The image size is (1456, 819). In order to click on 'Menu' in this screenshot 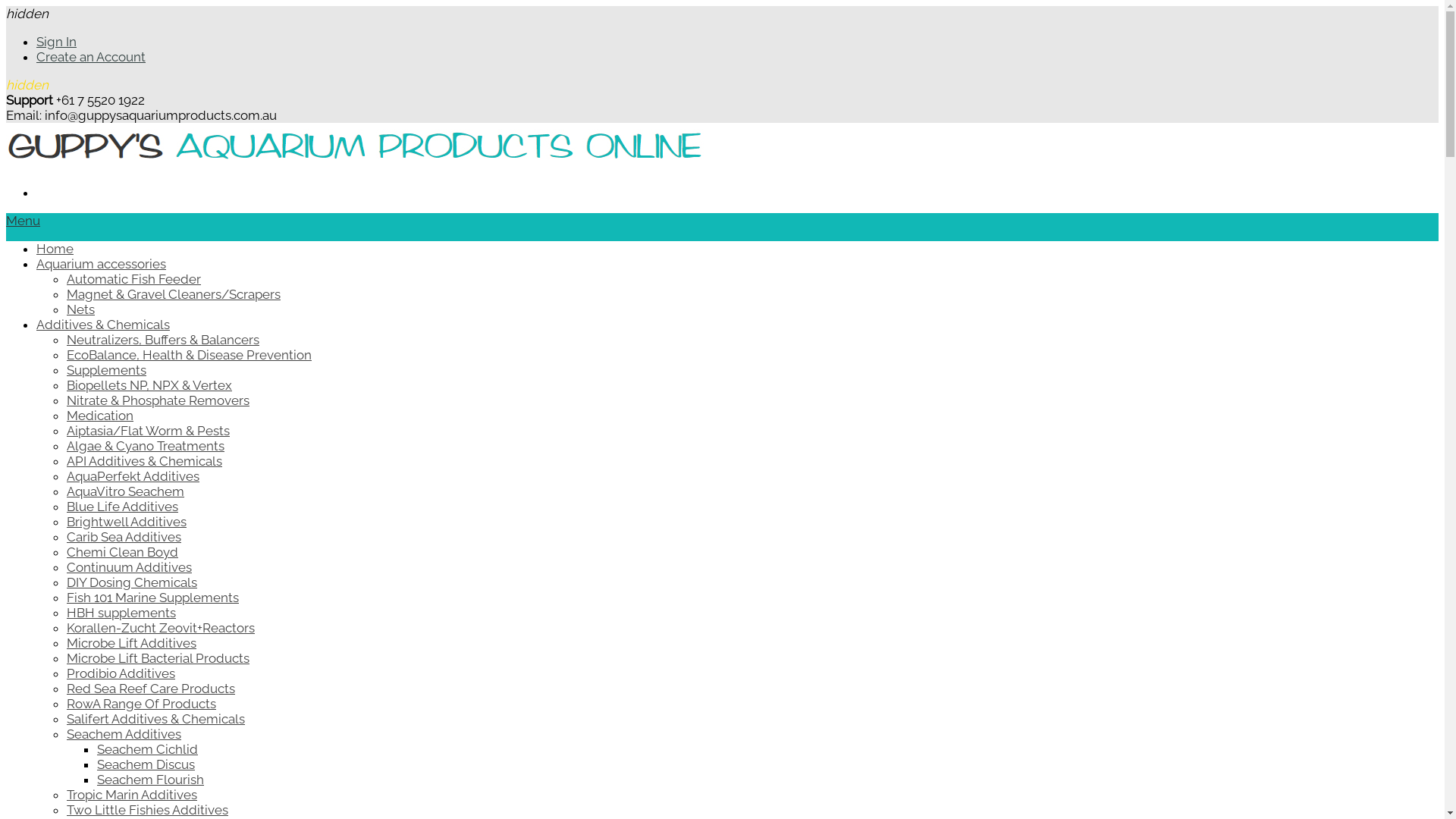, I will do `click(23, 220)`.